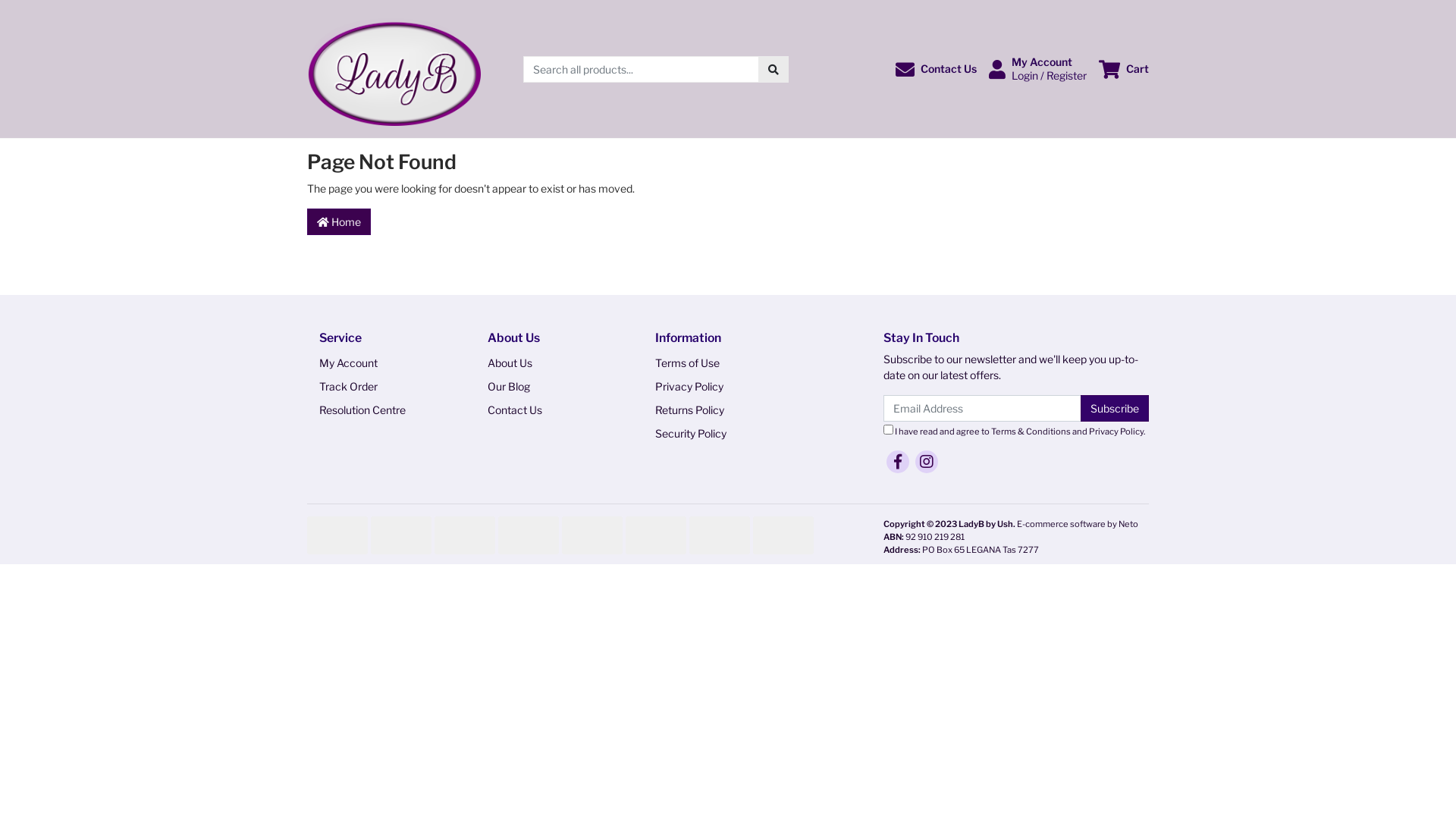  Describe the element at coordinates (337, 221) in the screenshot. I see `'Home'` at that location.